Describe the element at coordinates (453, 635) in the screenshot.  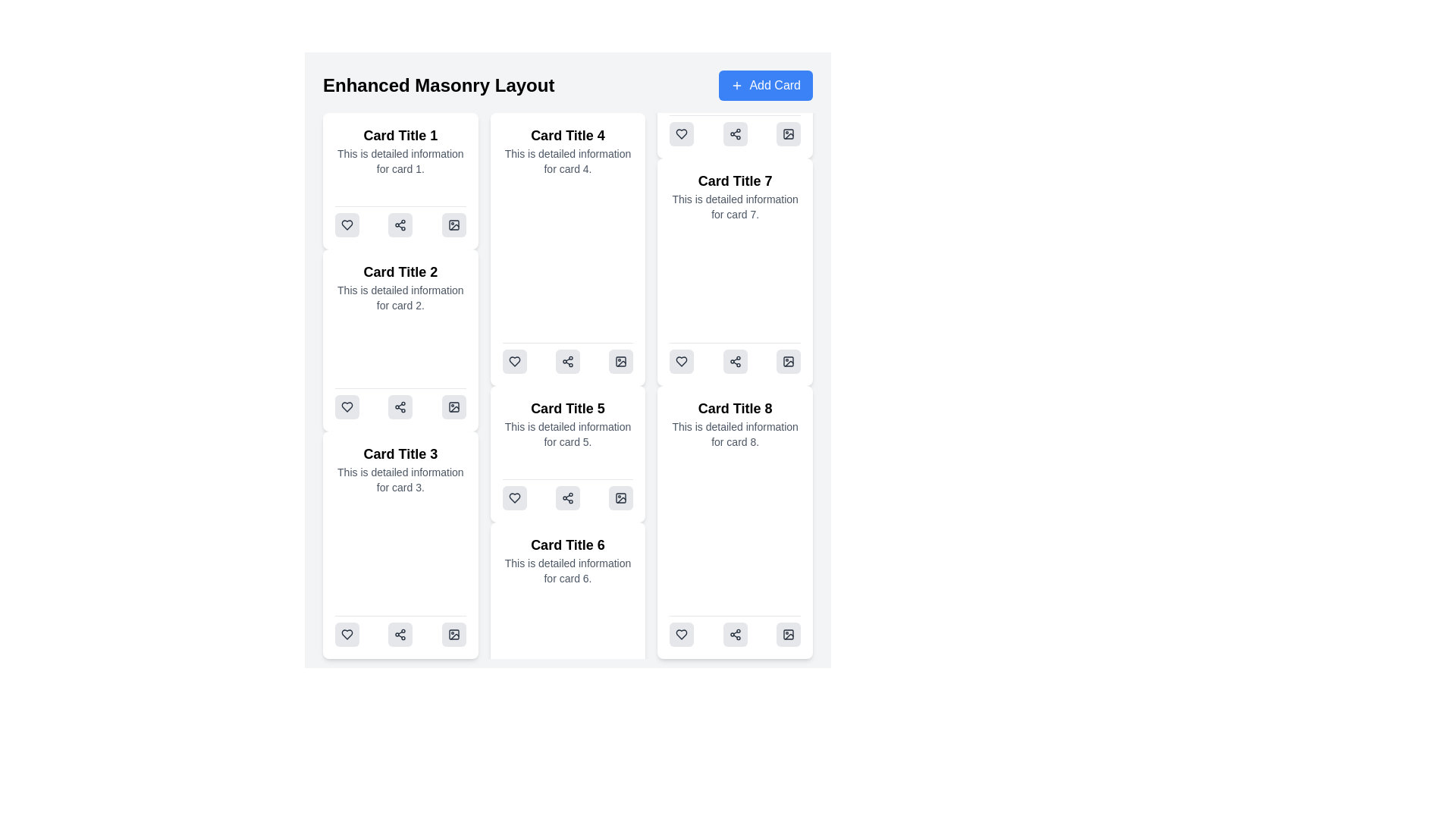
I see `the image action button located at the bottom-right corner of 'Card Title 3', which is the rightmost icon in a row of three icons` at that location.